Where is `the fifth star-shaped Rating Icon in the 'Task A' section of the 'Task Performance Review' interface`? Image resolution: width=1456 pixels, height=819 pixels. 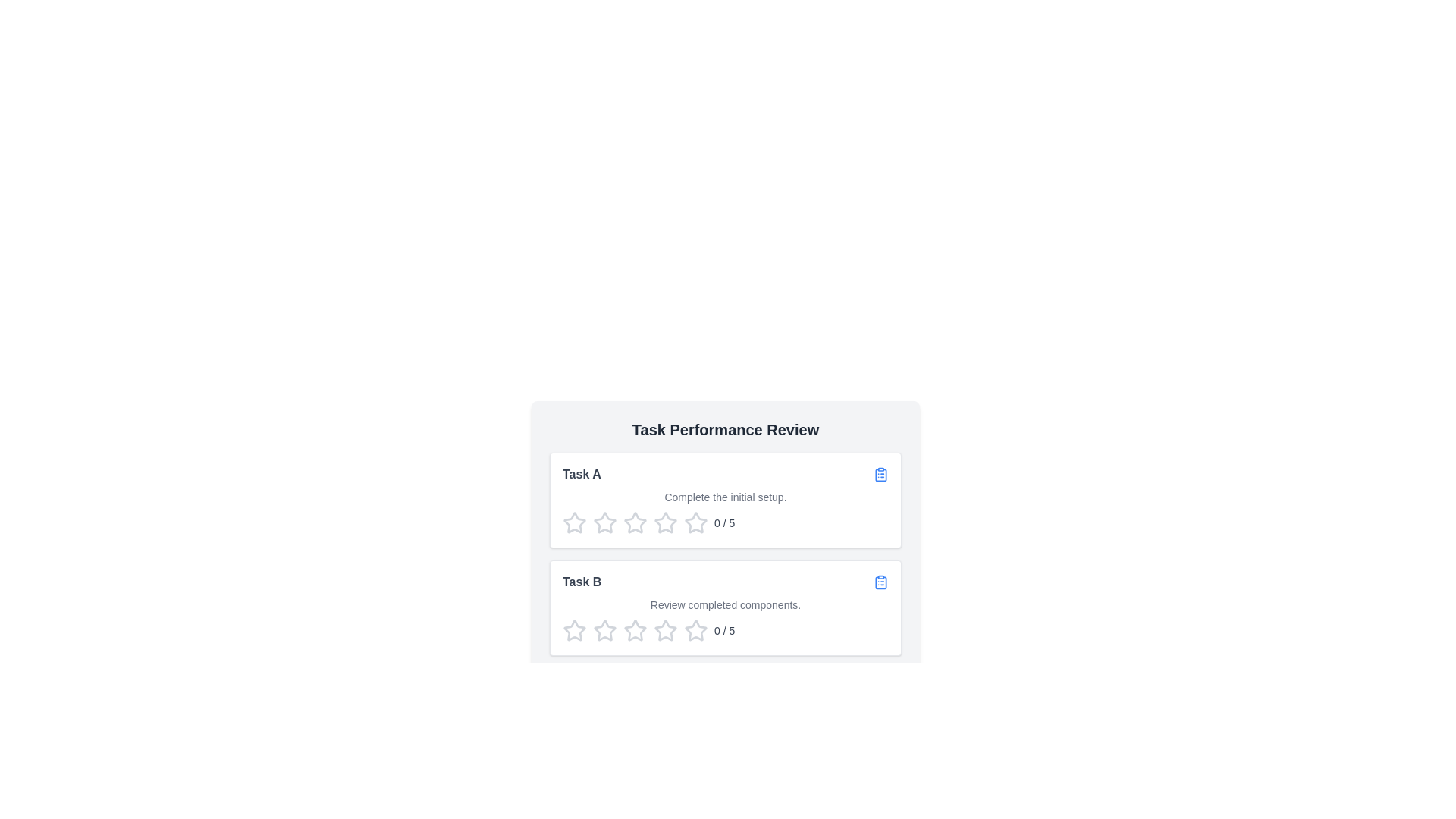 the fifth star-shaped Rating Icon in the 'Task A' section of the 'Task Performance Review' interface is located at coordinates (695, 522).